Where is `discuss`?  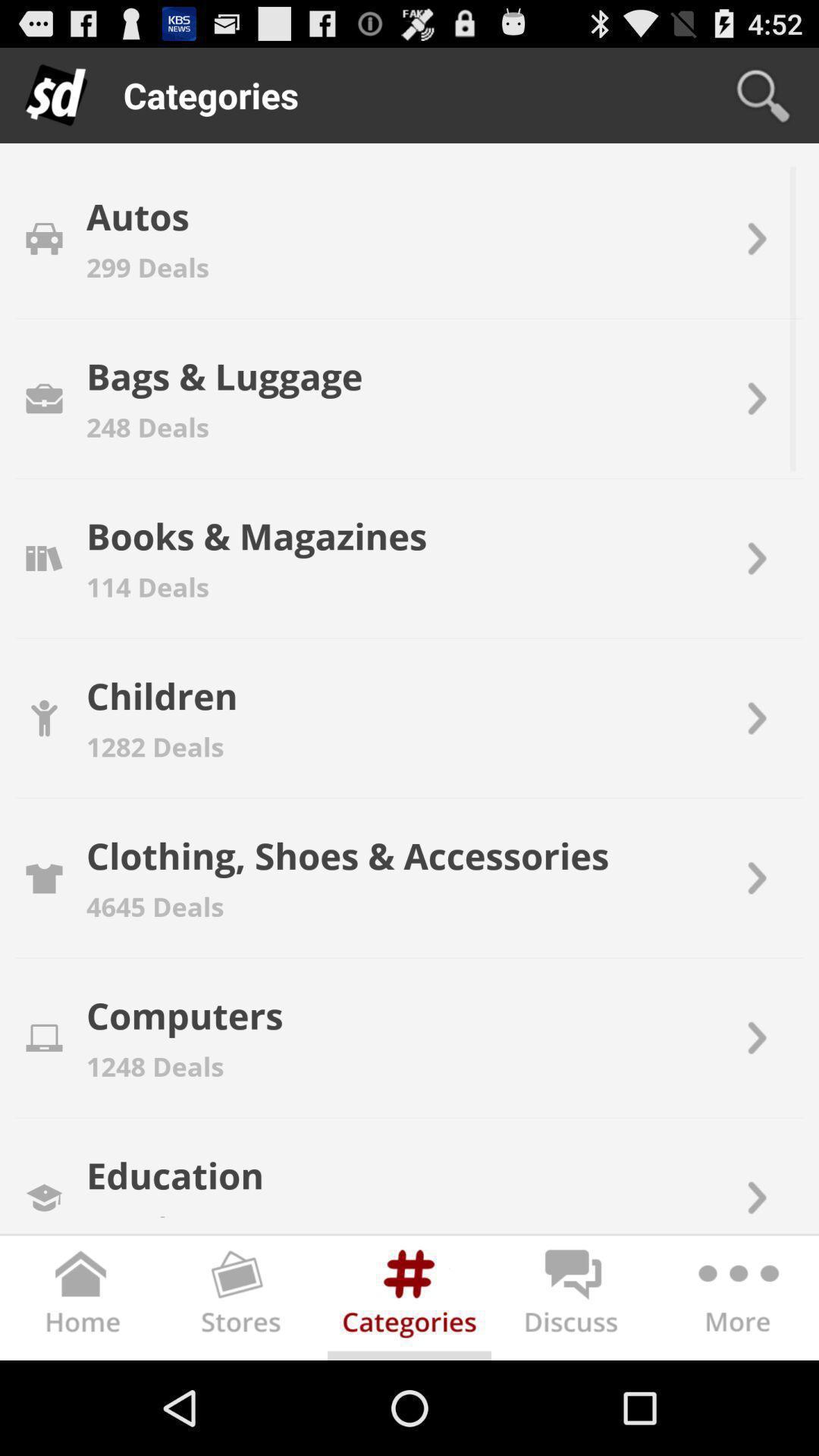
discuss is located at coordinates (573, 1301).